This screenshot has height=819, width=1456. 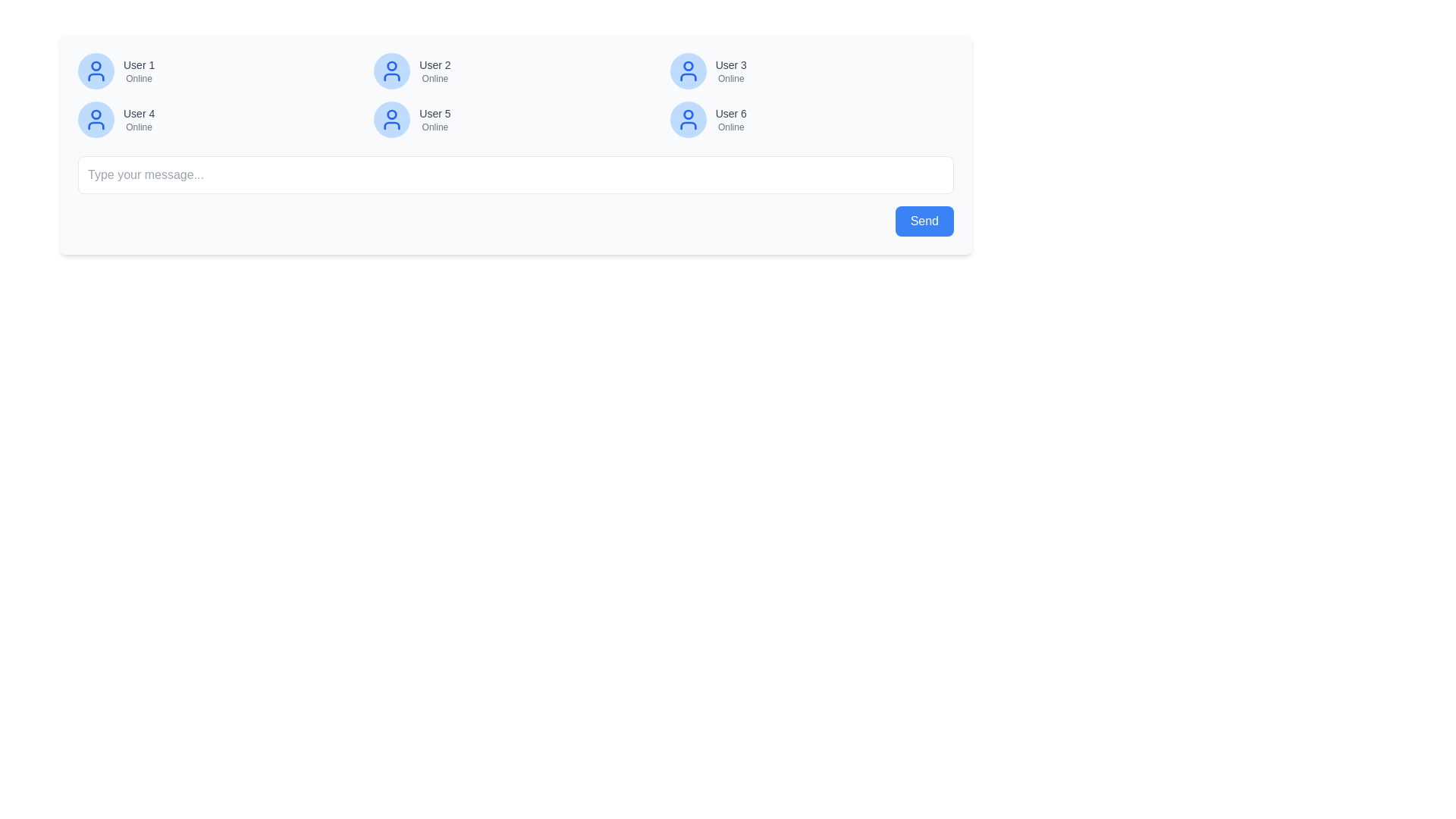 What do you see at coordinates (392, 65) in the screenshot?
I see `the circular graphic element representing the profile picture for 'User 2', located at the center of the head portion of the user icon` at bounding box center [392, 65].